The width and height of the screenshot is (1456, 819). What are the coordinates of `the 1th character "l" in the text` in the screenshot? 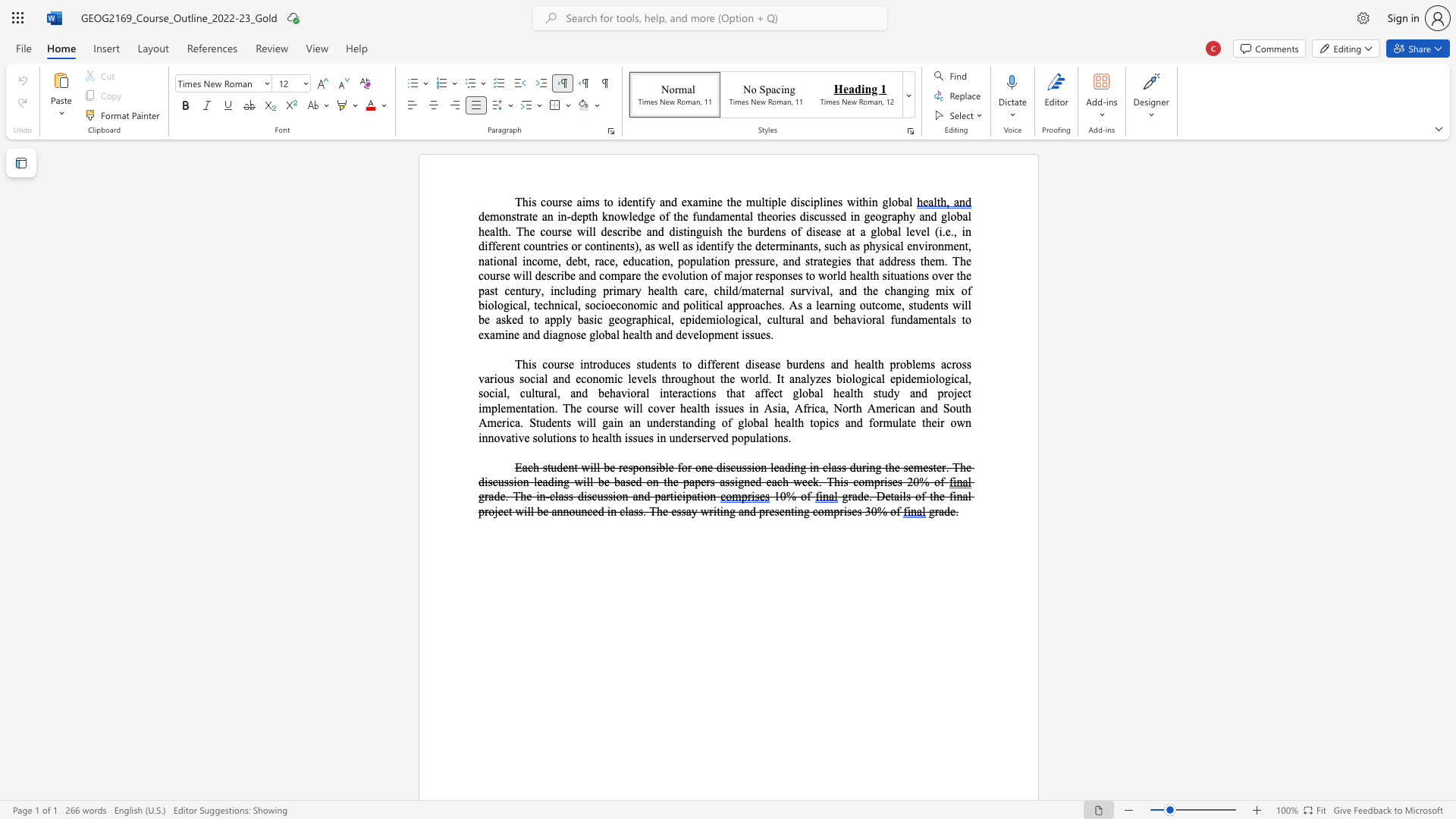 It's located at (902, 245).